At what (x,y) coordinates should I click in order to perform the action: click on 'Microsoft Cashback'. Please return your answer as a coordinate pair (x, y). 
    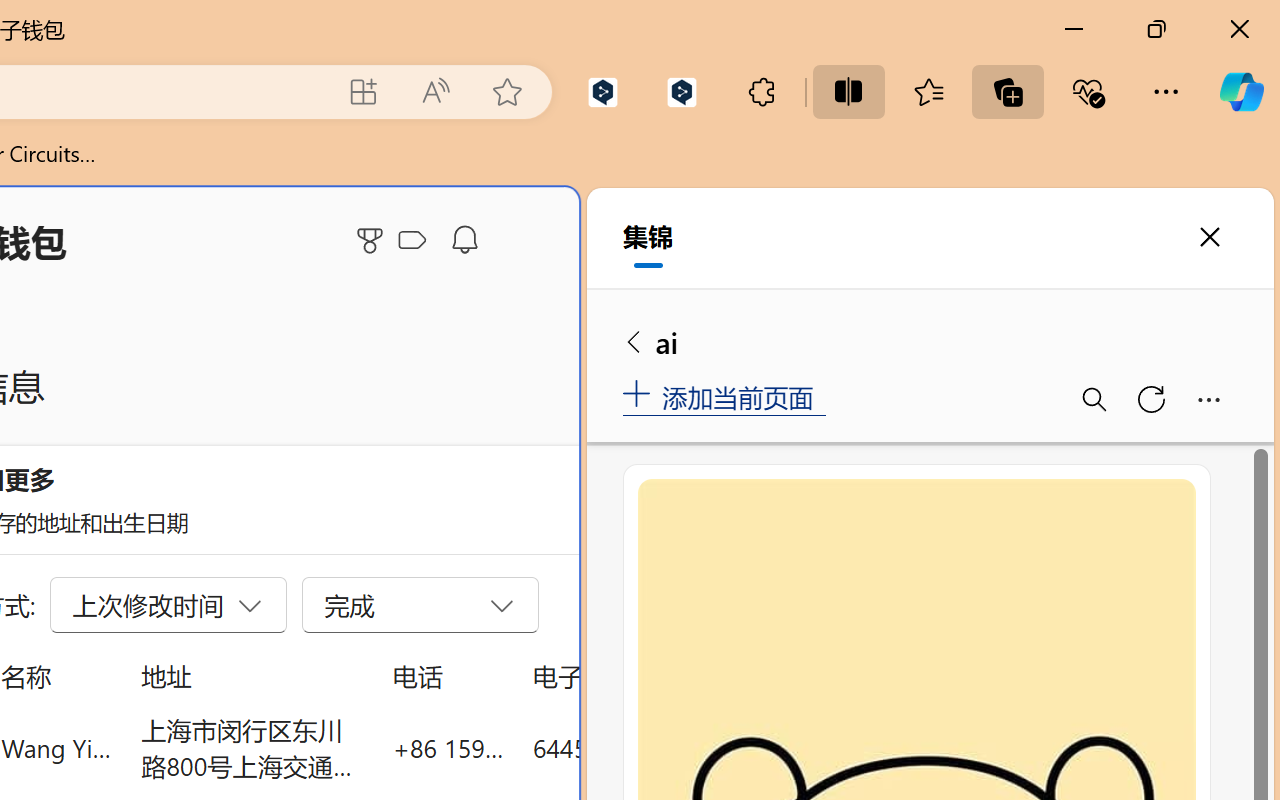
    Looking at the image, I should click on (415, 240).